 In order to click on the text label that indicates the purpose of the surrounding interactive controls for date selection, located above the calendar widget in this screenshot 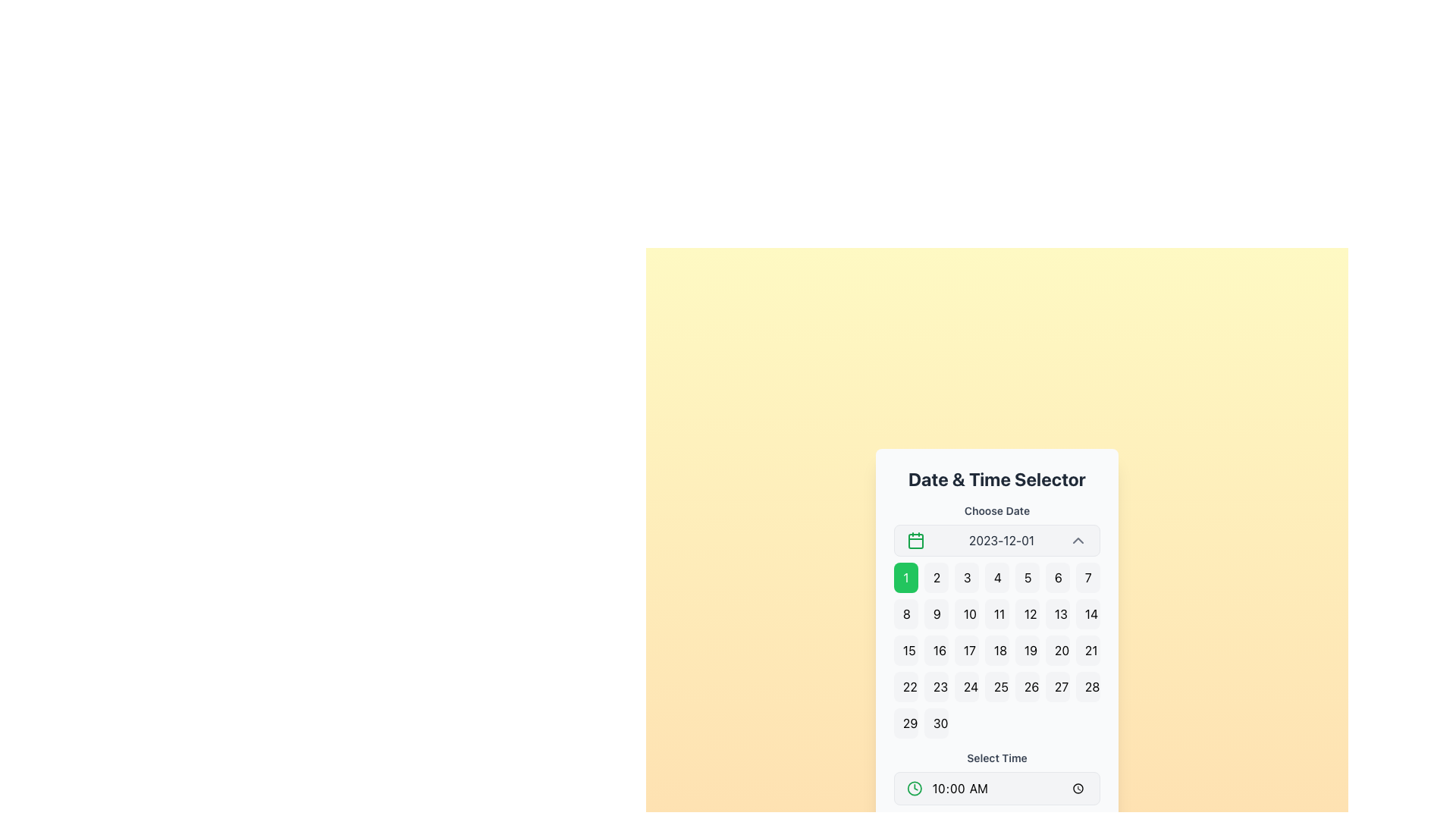, I will do `click(997, 511)`.